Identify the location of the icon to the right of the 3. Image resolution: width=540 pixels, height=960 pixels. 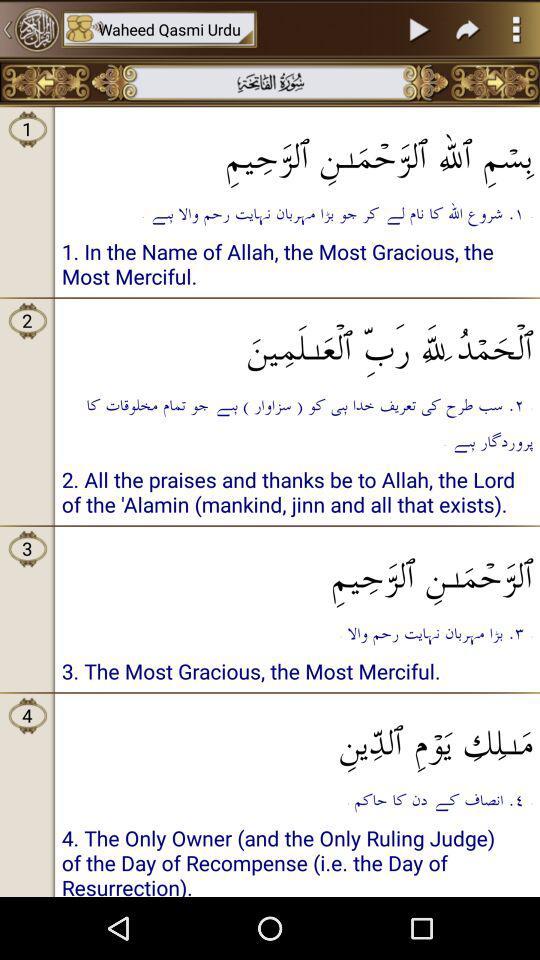
(296, 494).